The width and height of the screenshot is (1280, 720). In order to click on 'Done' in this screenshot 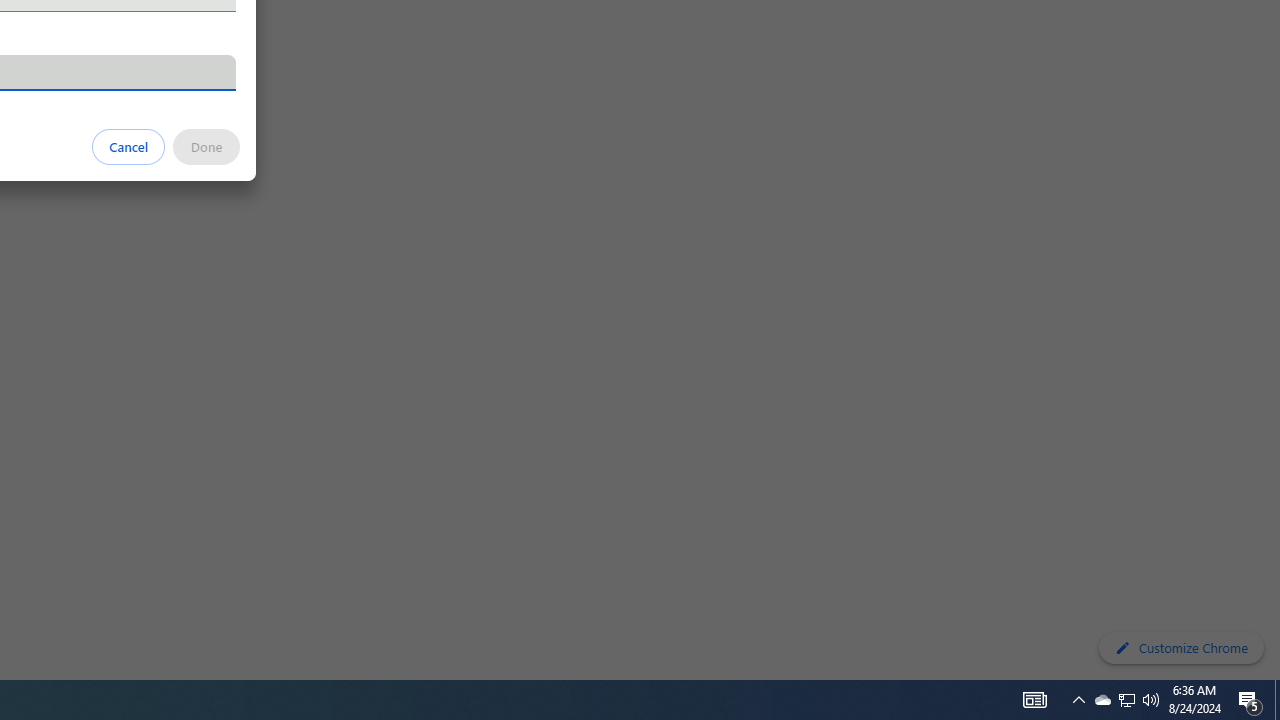, I will do `click(206, 145)`.